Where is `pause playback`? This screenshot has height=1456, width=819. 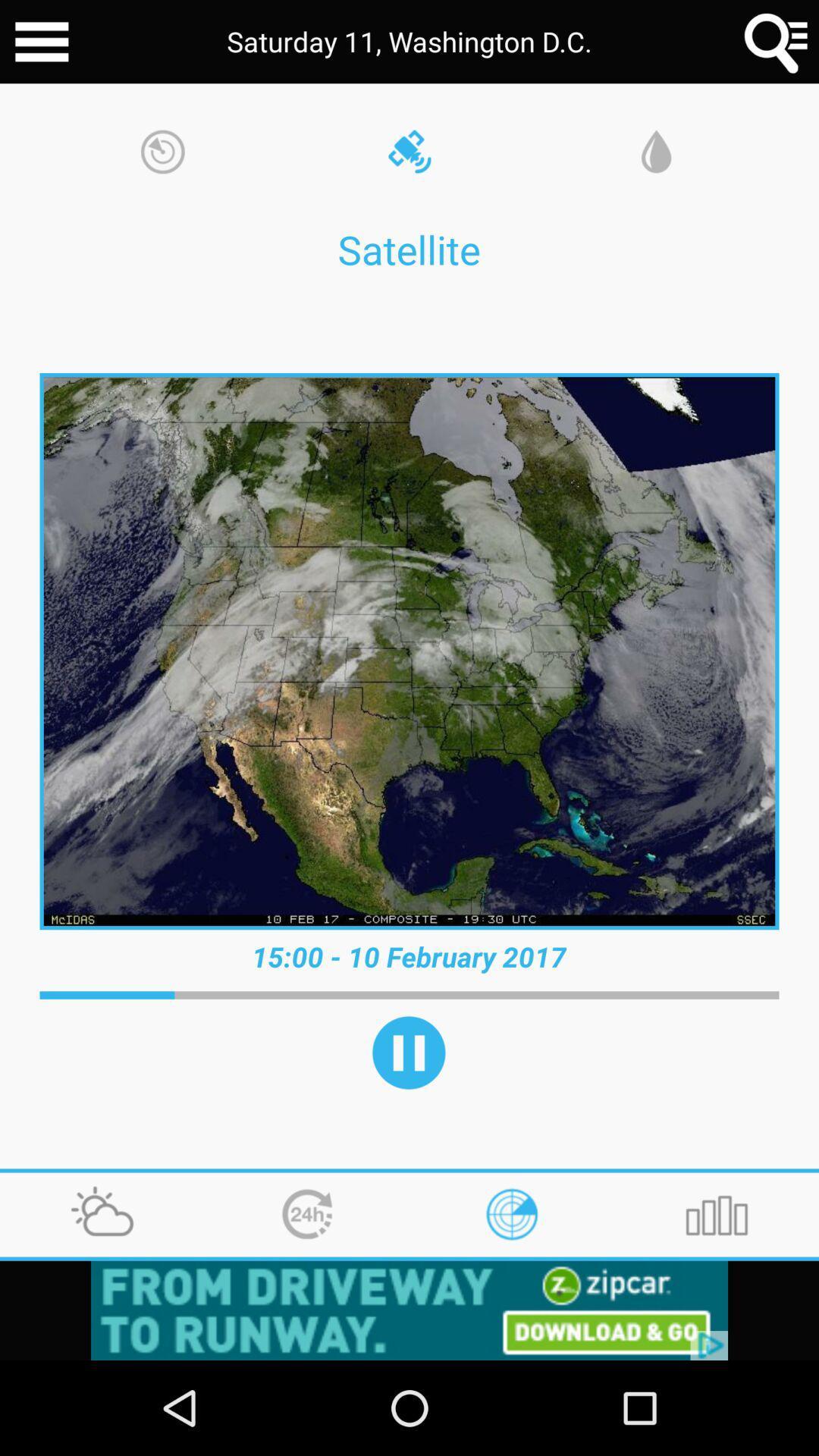 pause playback is located at coordinates (408, 1052).